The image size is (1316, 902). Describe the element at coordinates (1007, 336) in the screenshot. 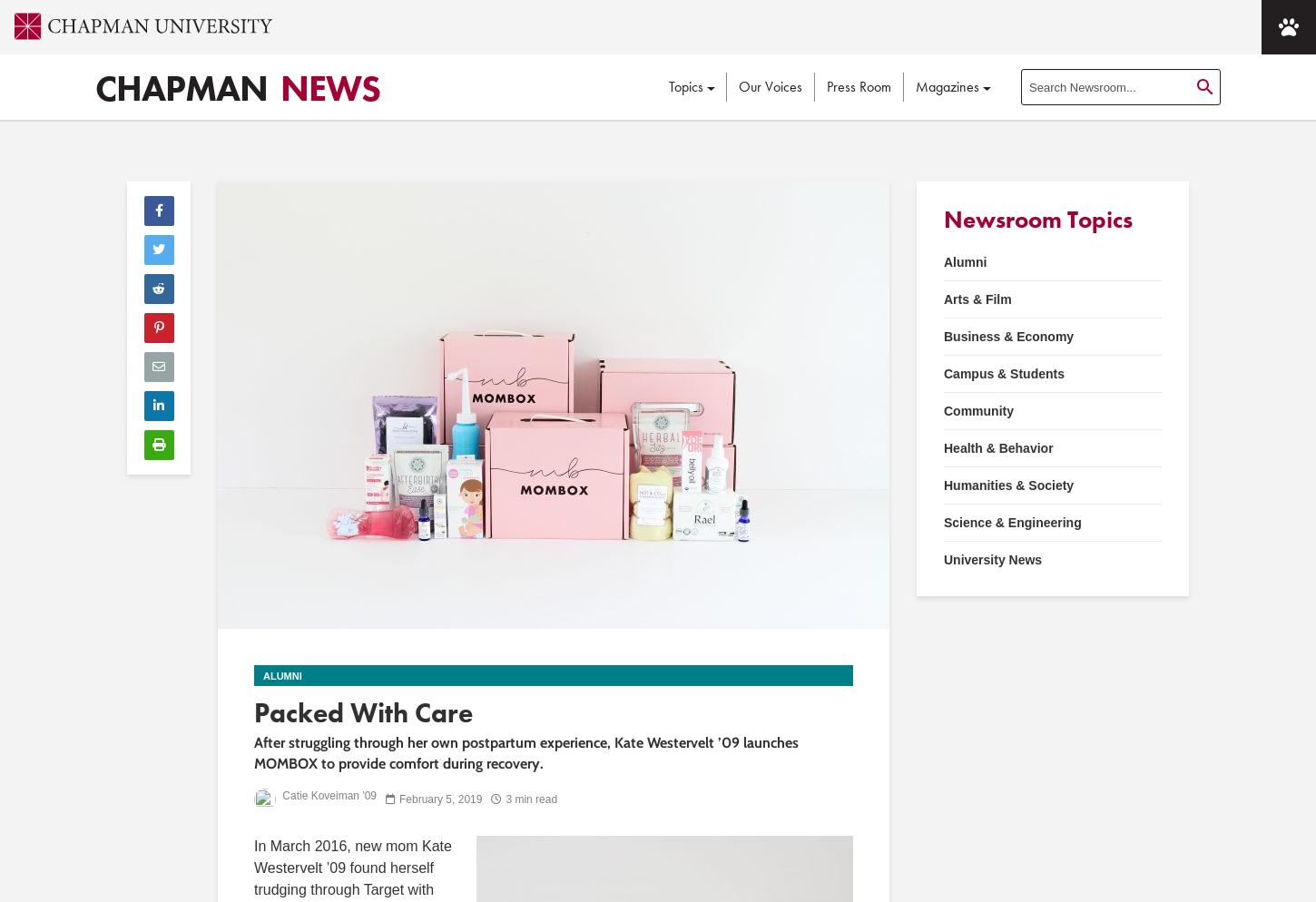

I see `'Business & Economy'` at that location.